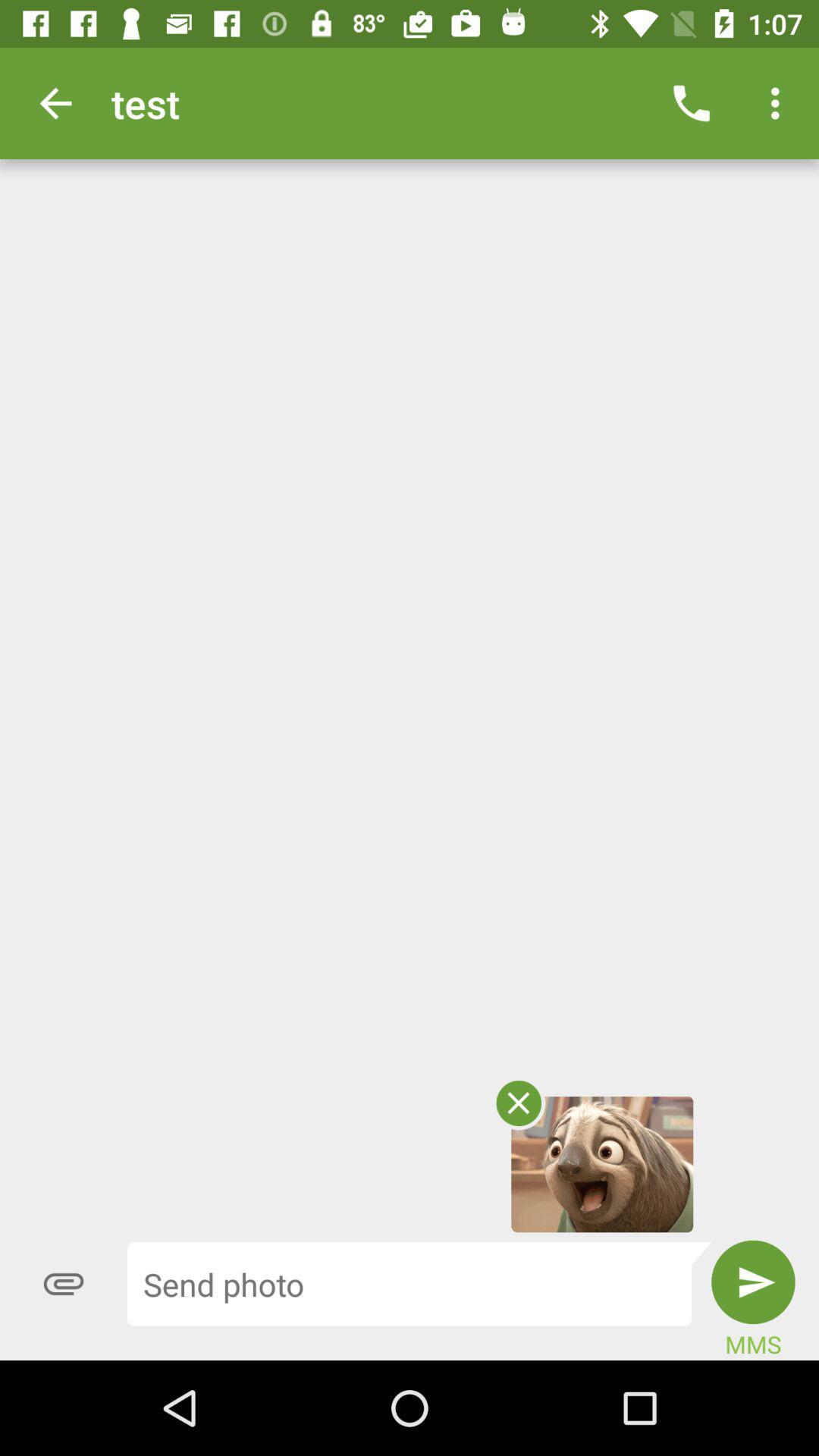  What do you see at coordinates (691, 102) in the screenshot?
I see `the icon to the right of the test icon` at bounding box center [691, 102].